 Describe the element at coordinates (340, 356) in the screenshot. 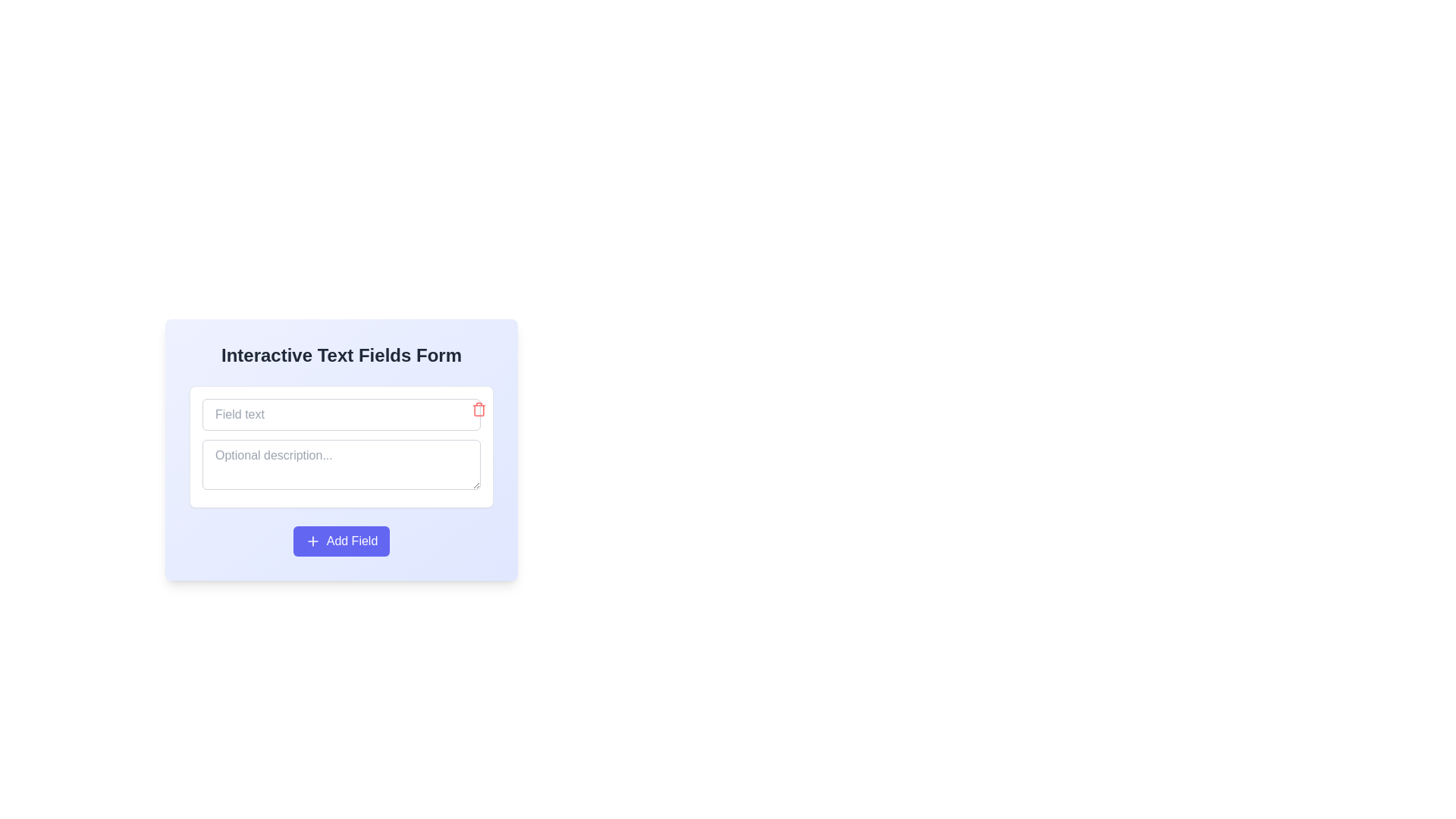

I see `the heading element styled with bold, large dark gray text saying 'Interactive Text Fields Form', which is prominently displayed at the top of a bordered and rounded card layout` at that location.